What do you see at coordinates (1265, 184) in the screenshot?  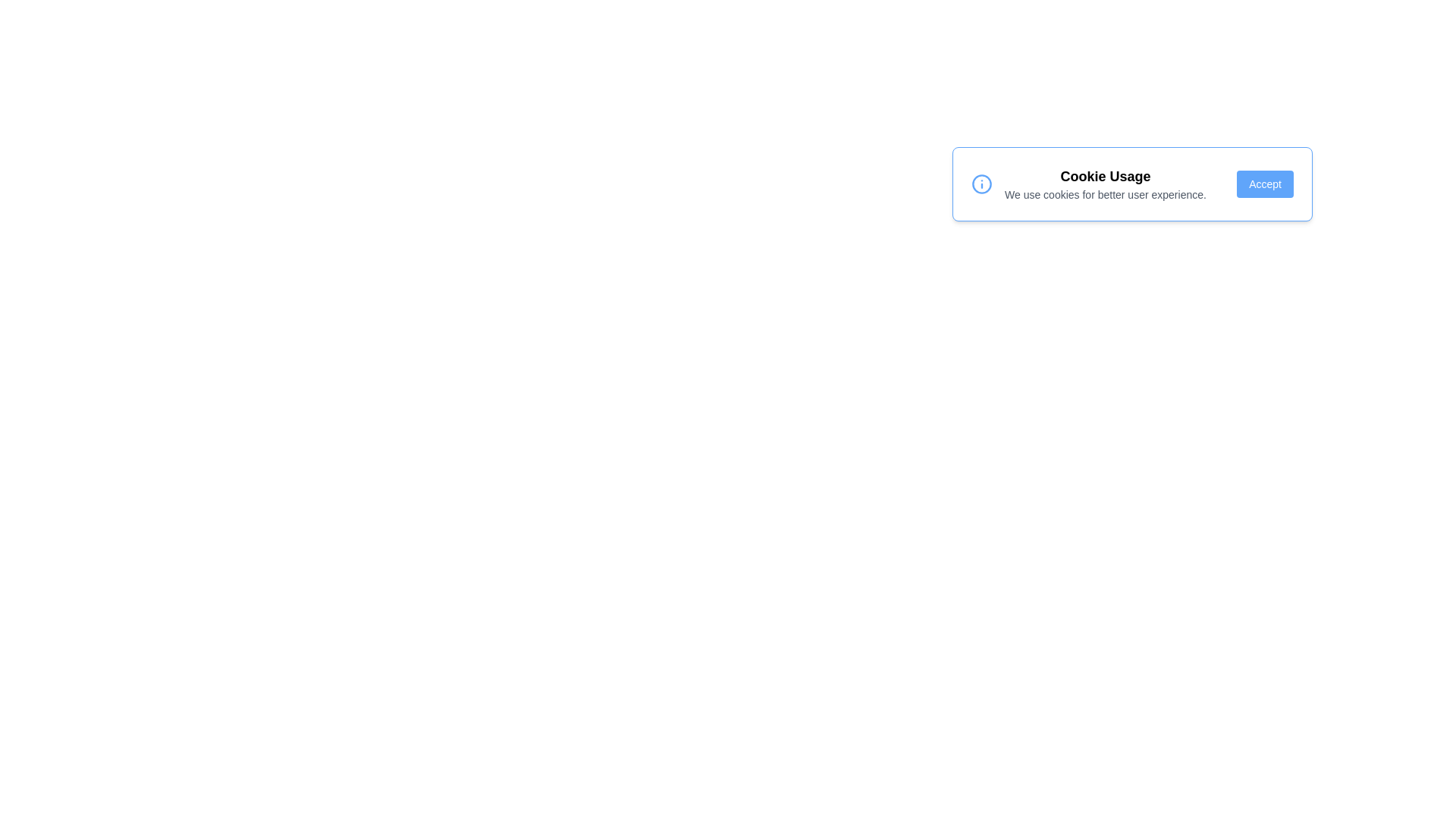 I see `the 'Accept' button with a light blue background and rounded corners located on the right side of the notification bar` at bounding box center [1265, 184].